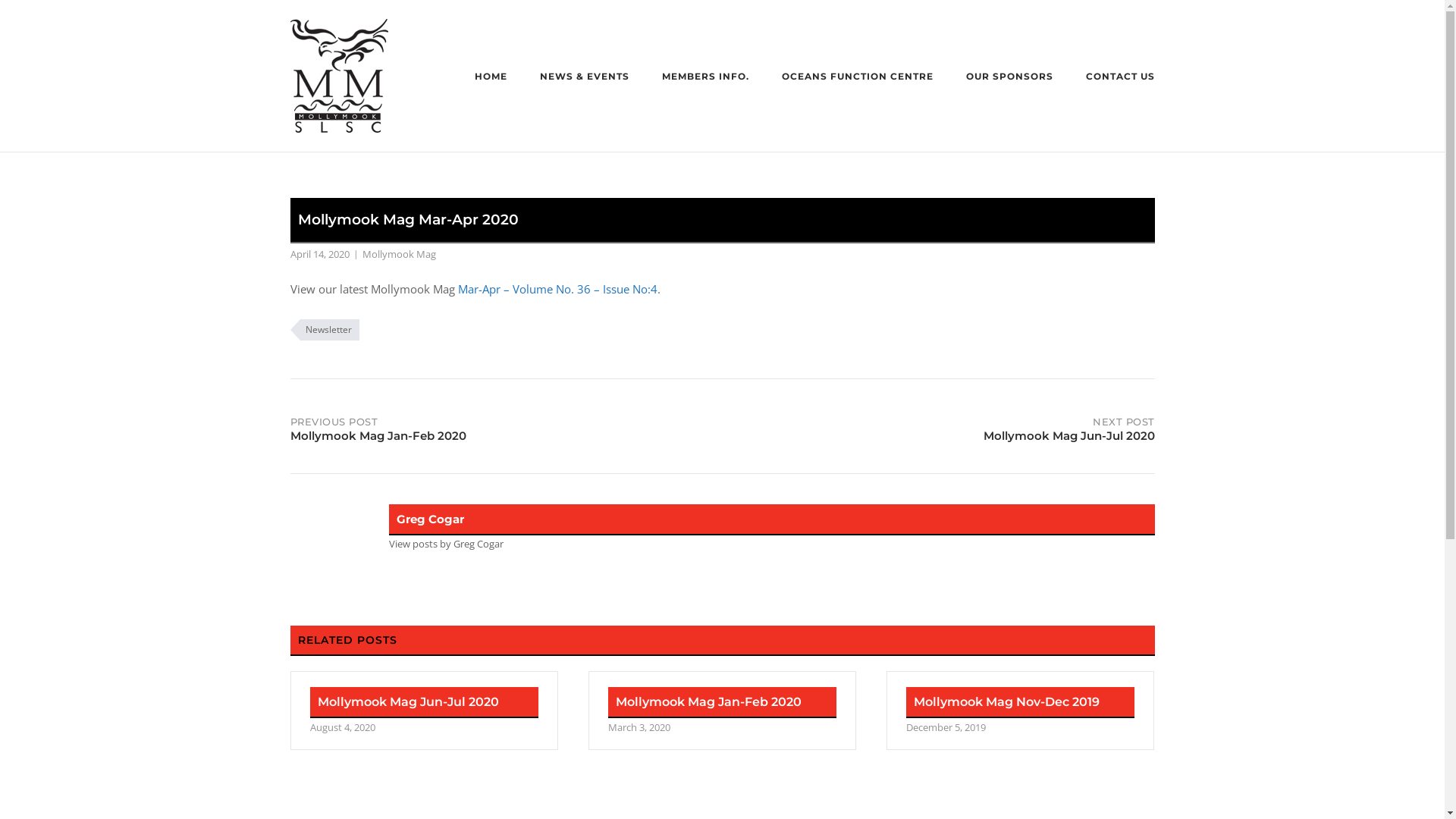 This screenshot has height=819, width=1456. Describe the element at coordinates (491, 78) in the screenshot. I see `'HOME'` at that location.